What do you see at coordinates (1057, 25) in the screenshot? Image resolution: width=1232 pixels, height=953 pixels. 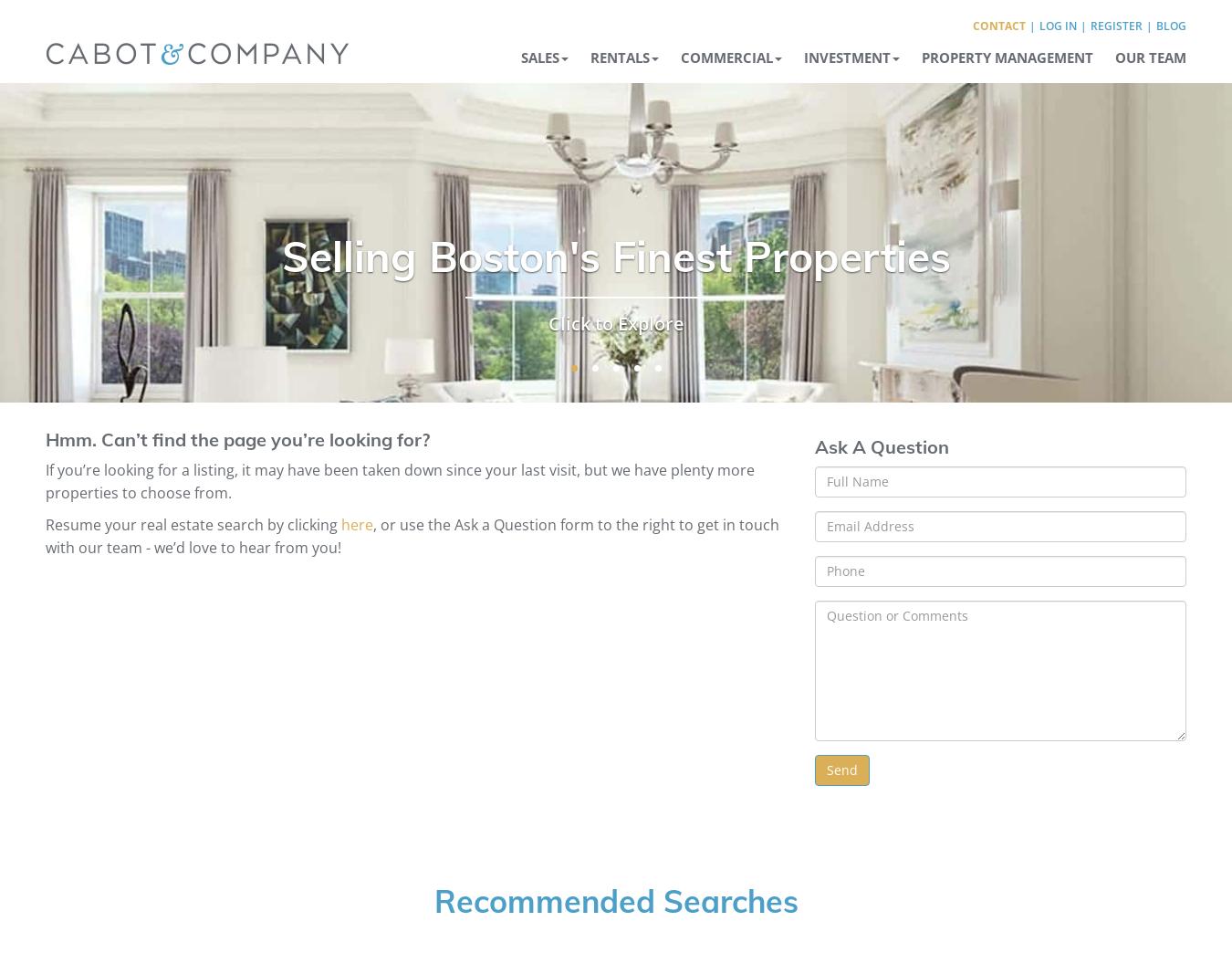 I see `'Log In'` at bounding box center [1057, 25].